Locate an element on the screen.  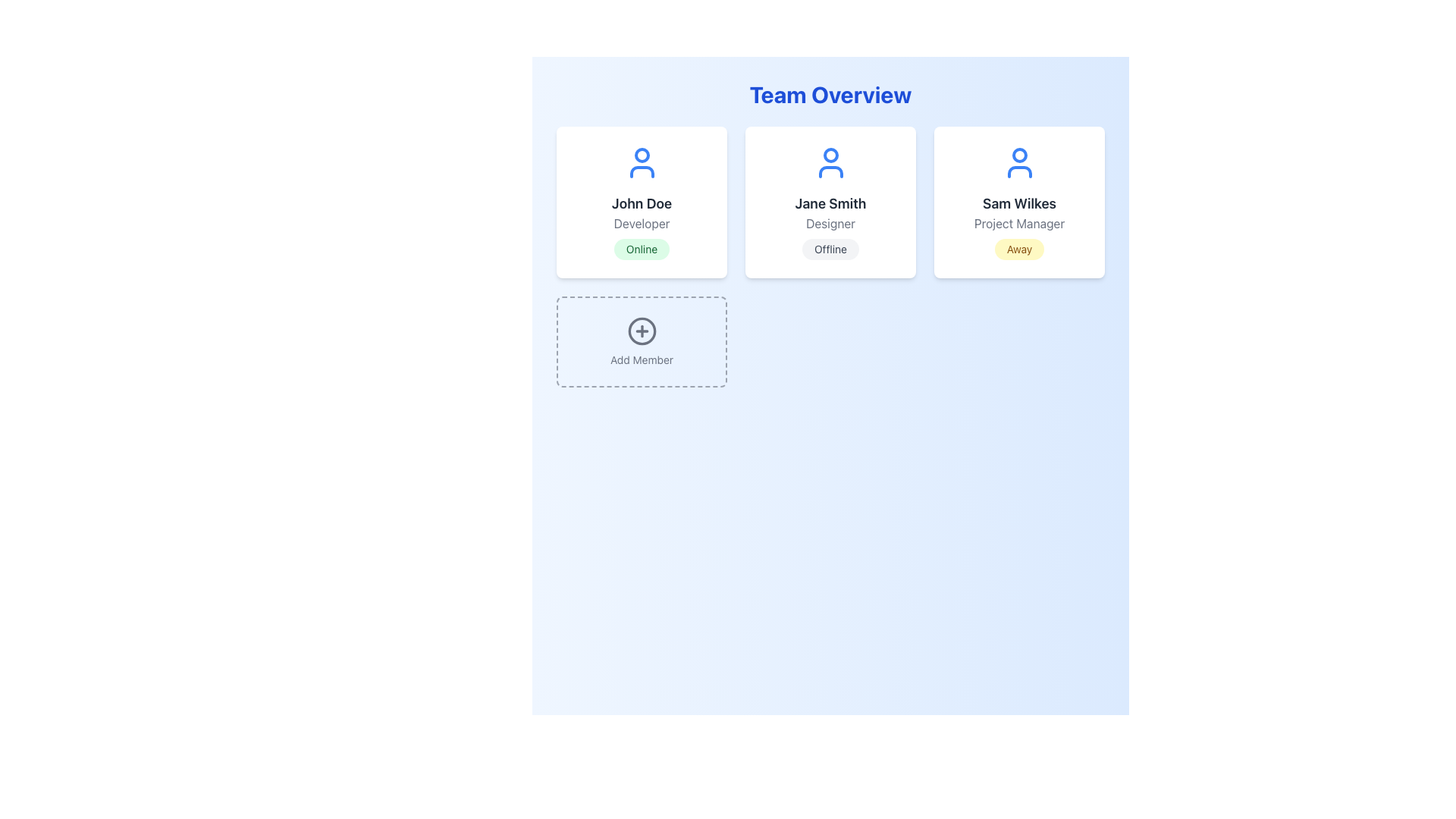
the title or header text element located at the top center of the interface, which indicates the purpose or theme of the section below the team member cards is located at coordinates (830, 94).